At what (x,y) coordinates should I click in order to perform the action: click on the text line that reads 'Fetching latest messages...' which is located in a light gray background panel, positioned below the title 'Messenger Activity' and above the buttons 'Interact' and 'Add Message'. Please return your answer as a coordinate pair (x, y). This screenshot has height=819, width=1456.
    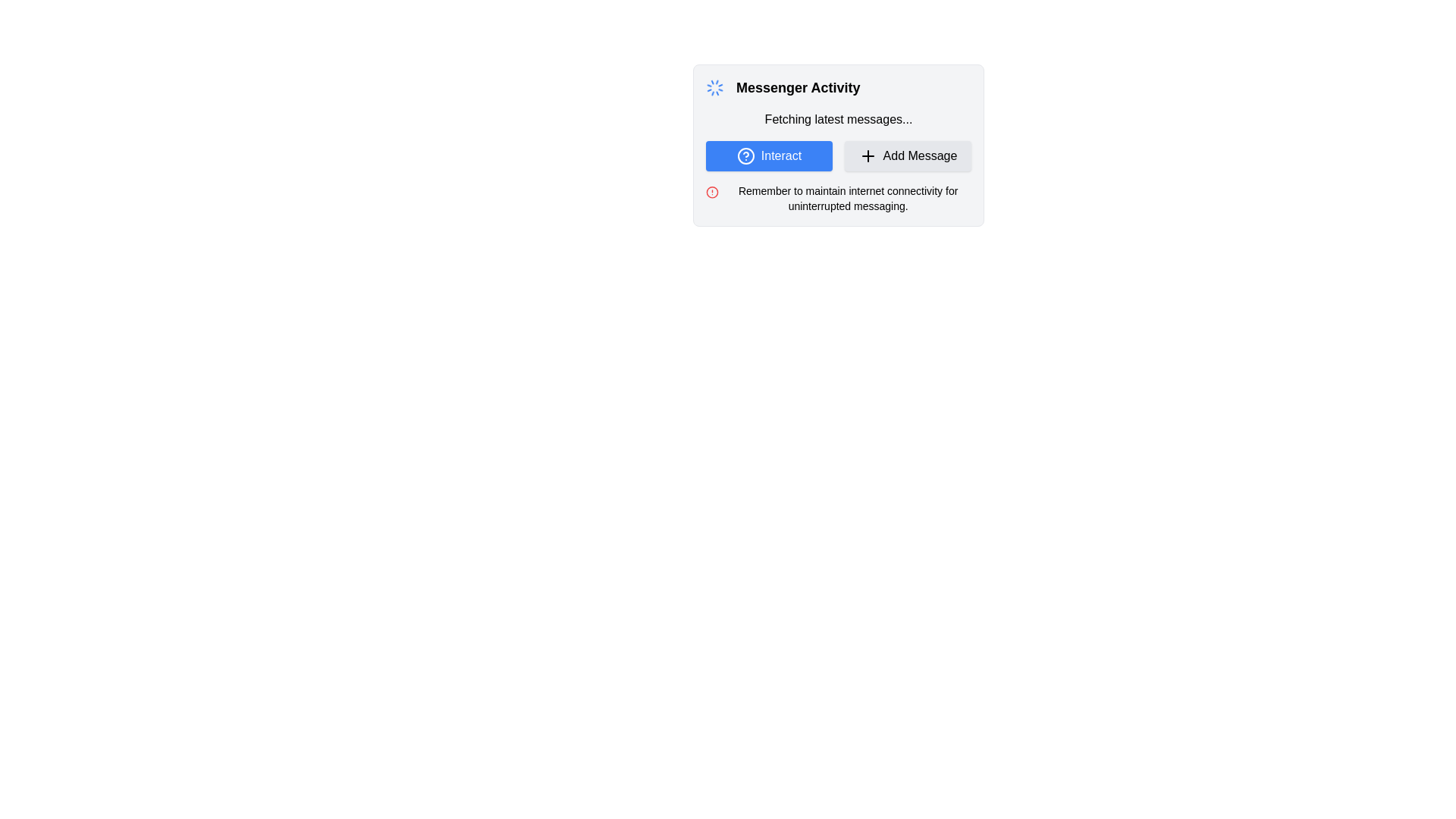
    Looking at the image, I should click on (837, 119).